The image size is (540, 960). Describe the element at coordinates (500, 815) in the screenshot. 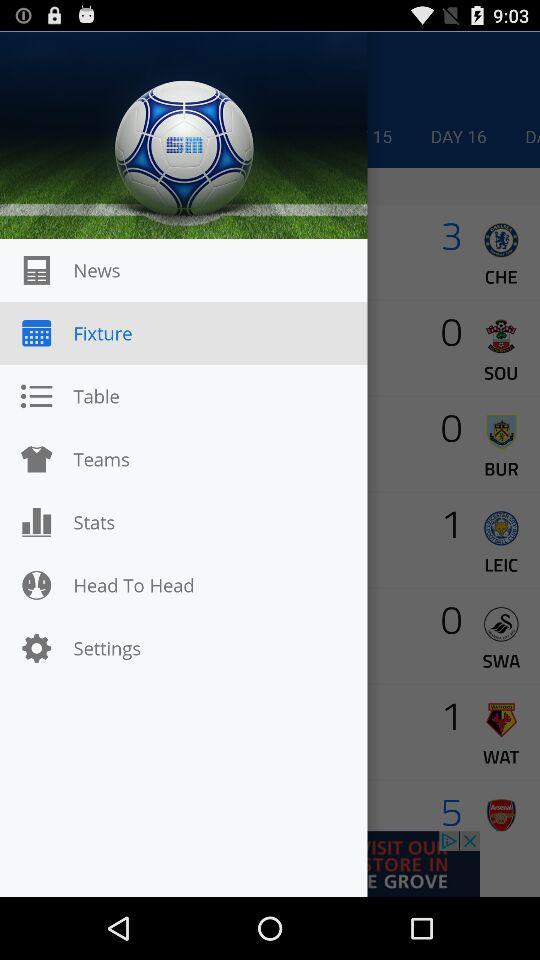

I see `the flag at the right bottom of the page` at that location.